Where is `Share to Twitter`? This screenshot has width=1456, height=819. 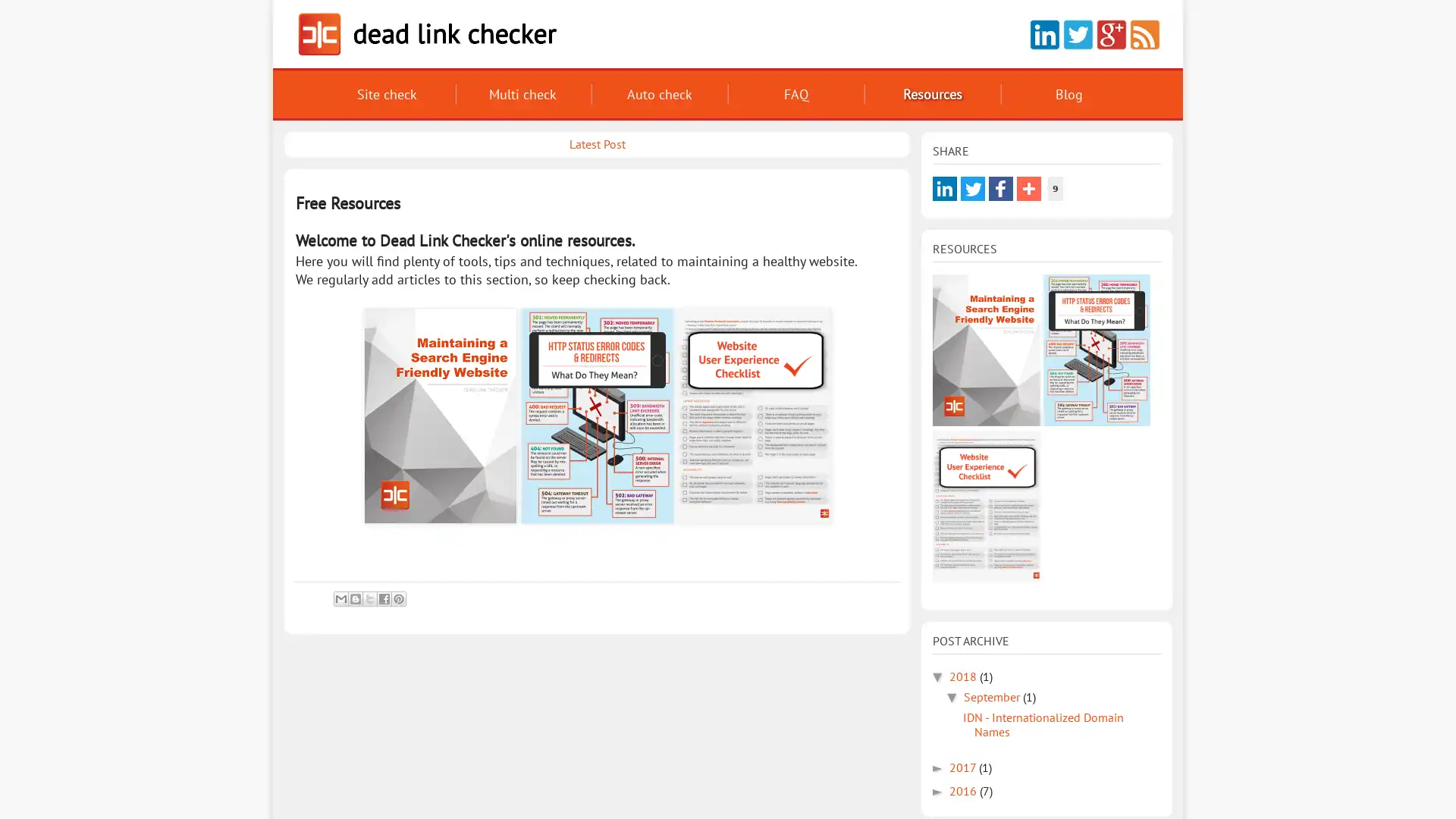 Share to Twitter is located at coordinates (972, 188).